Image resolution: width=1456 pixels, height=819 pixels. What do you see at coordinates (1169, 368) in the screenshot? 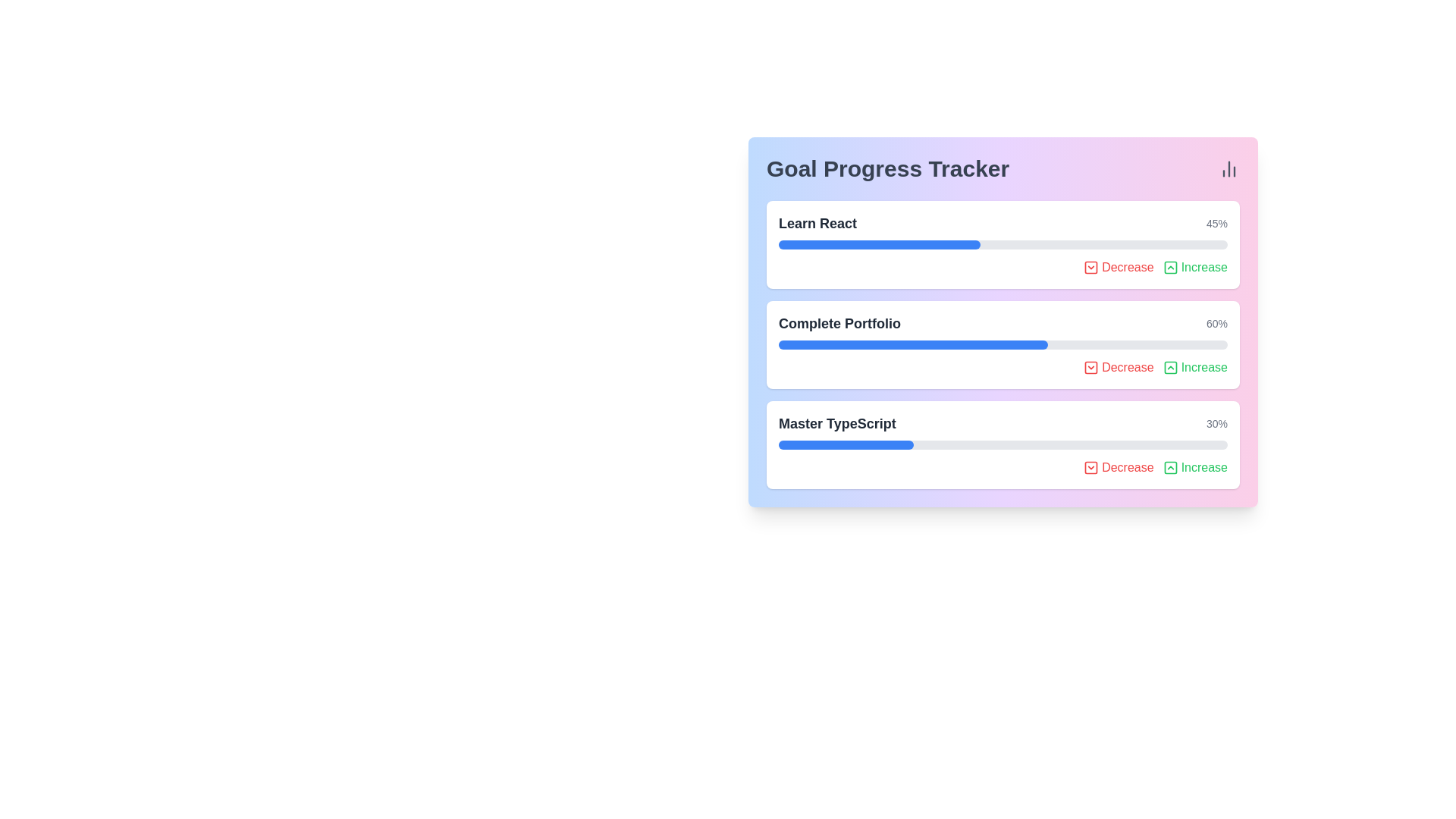
I see `the 'Increase' button` at bounding box center [1169, 368].